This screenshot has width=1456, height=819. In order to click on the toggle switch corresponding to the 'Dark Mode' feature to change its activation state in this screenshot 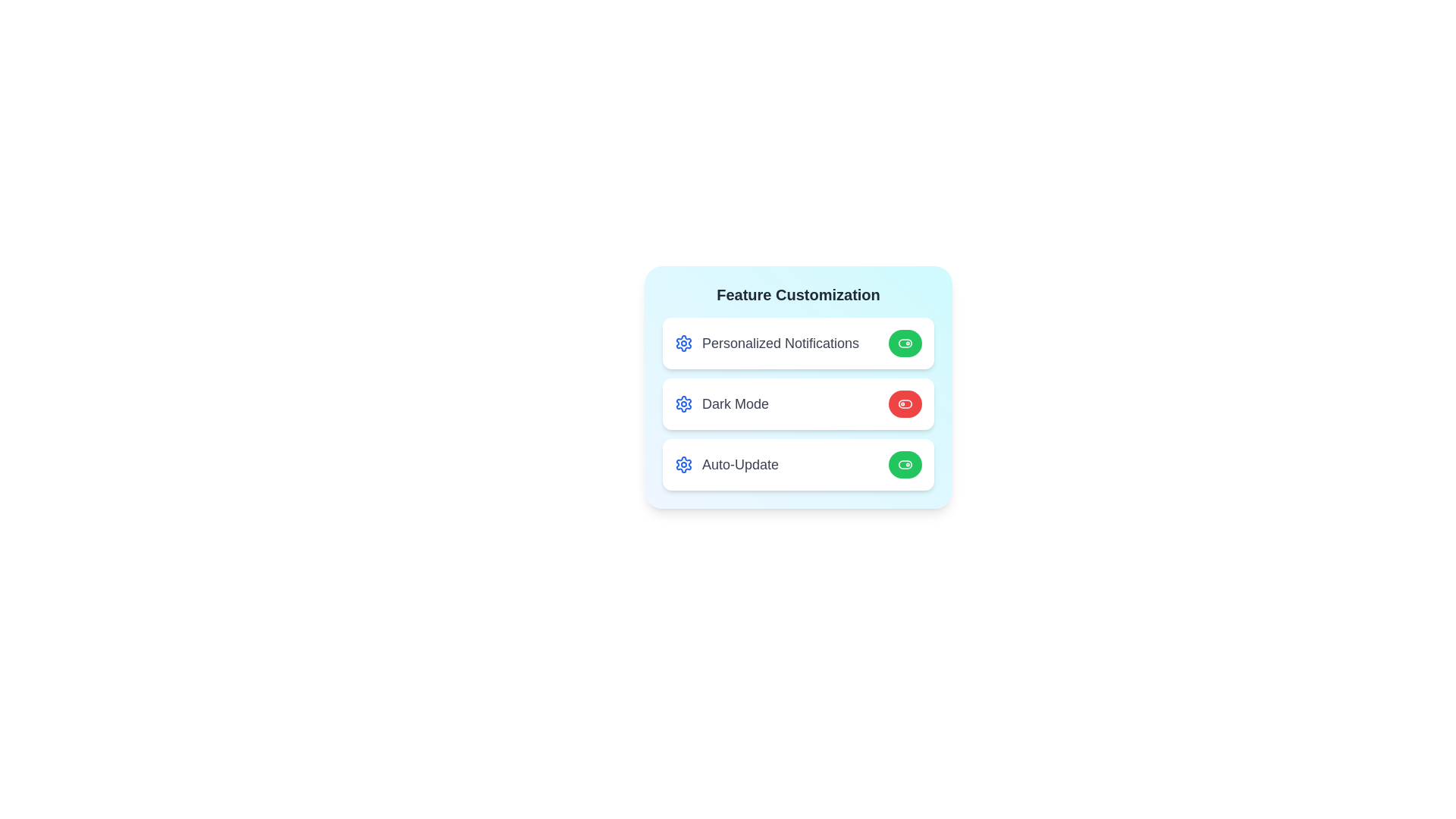, I will do `click(905, 403)`.